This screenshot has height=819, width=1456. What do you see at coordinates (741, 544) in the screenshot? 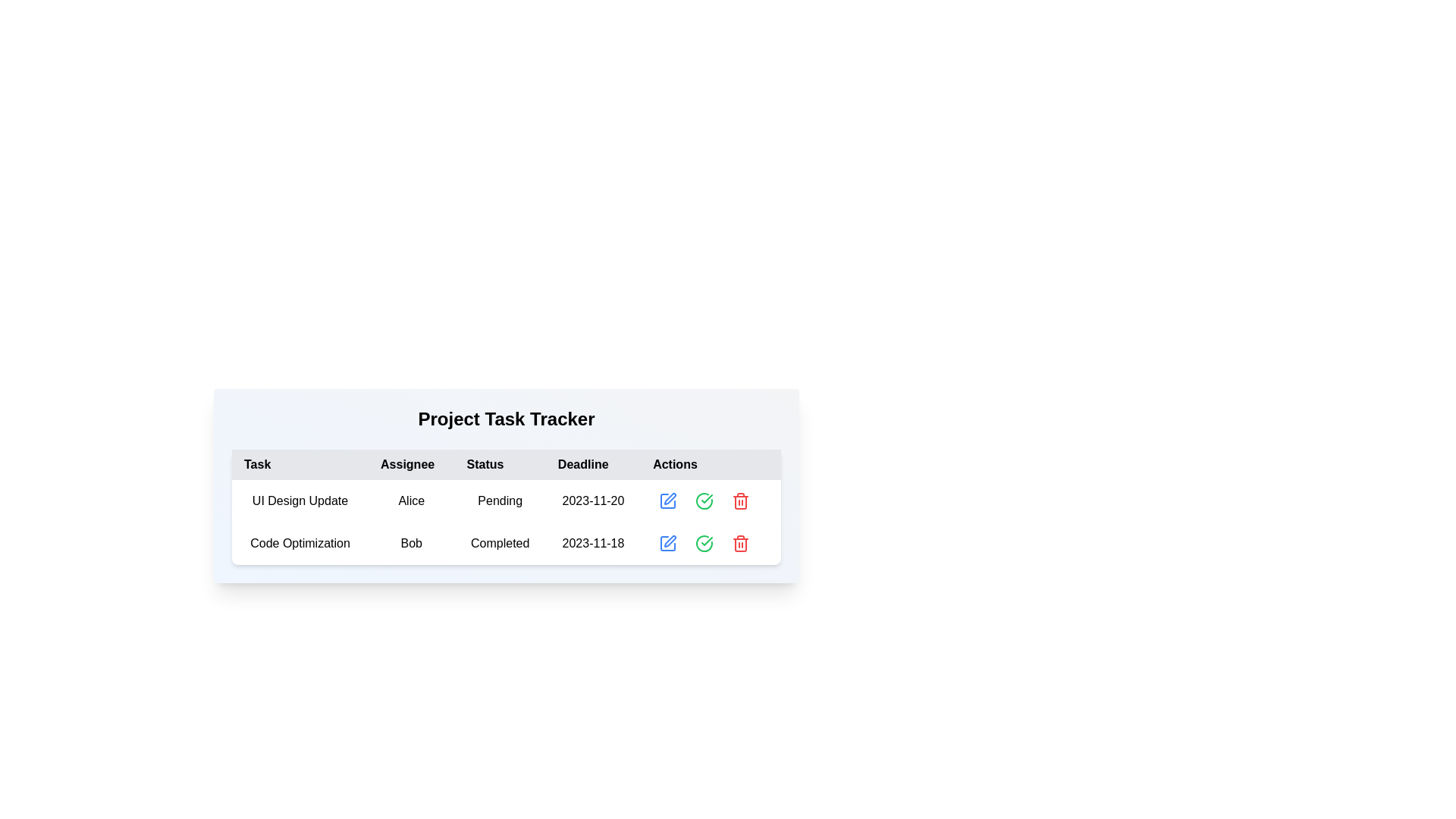
I see `the outer vertical rectangular section of the trash icon located in the 'Actions' column of the second row in the table` at bounding box center [741, 544].